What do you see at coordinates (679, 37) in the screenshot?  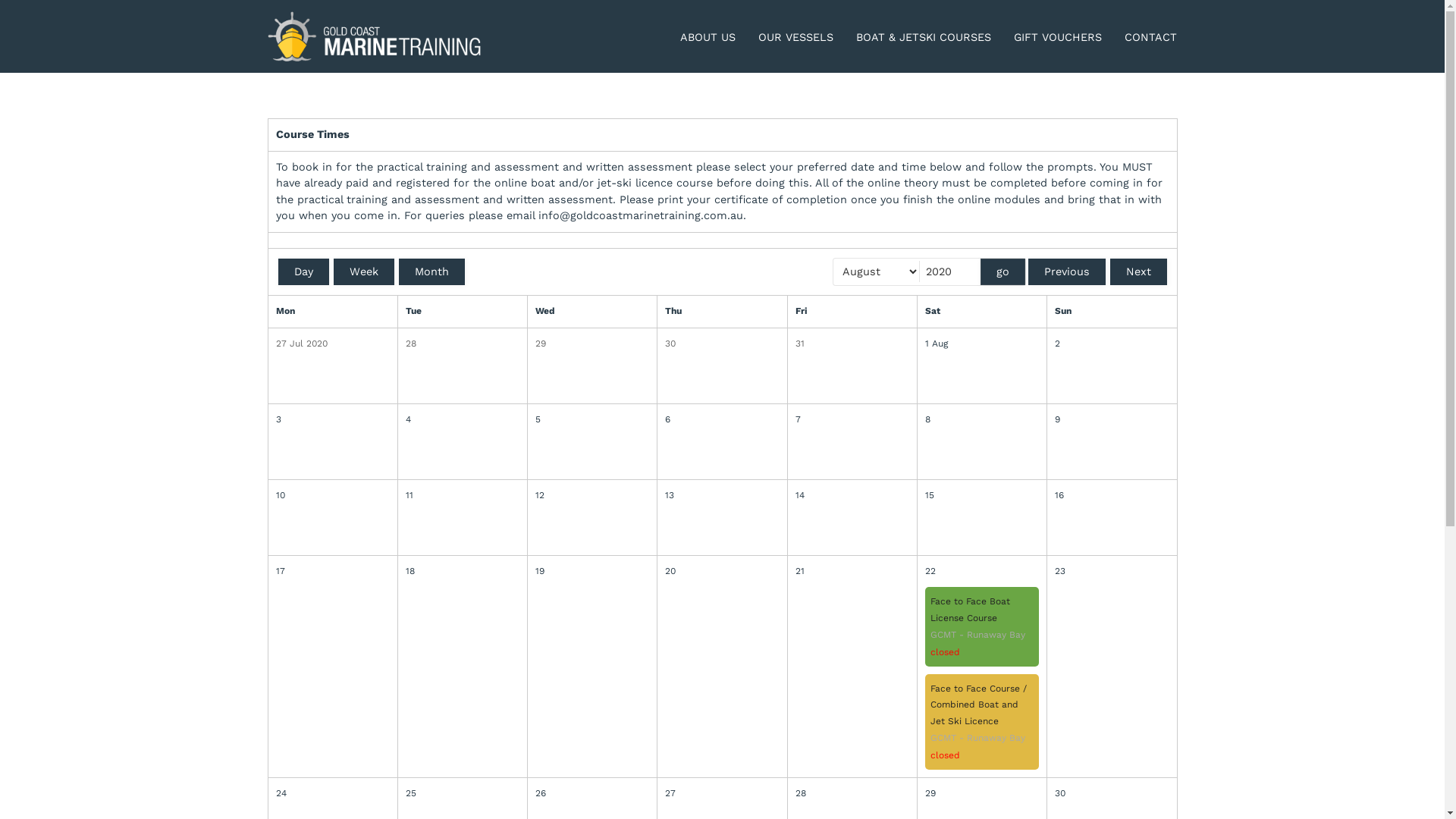 I see `'ABOUT US'` at bounding box center [679, 37].